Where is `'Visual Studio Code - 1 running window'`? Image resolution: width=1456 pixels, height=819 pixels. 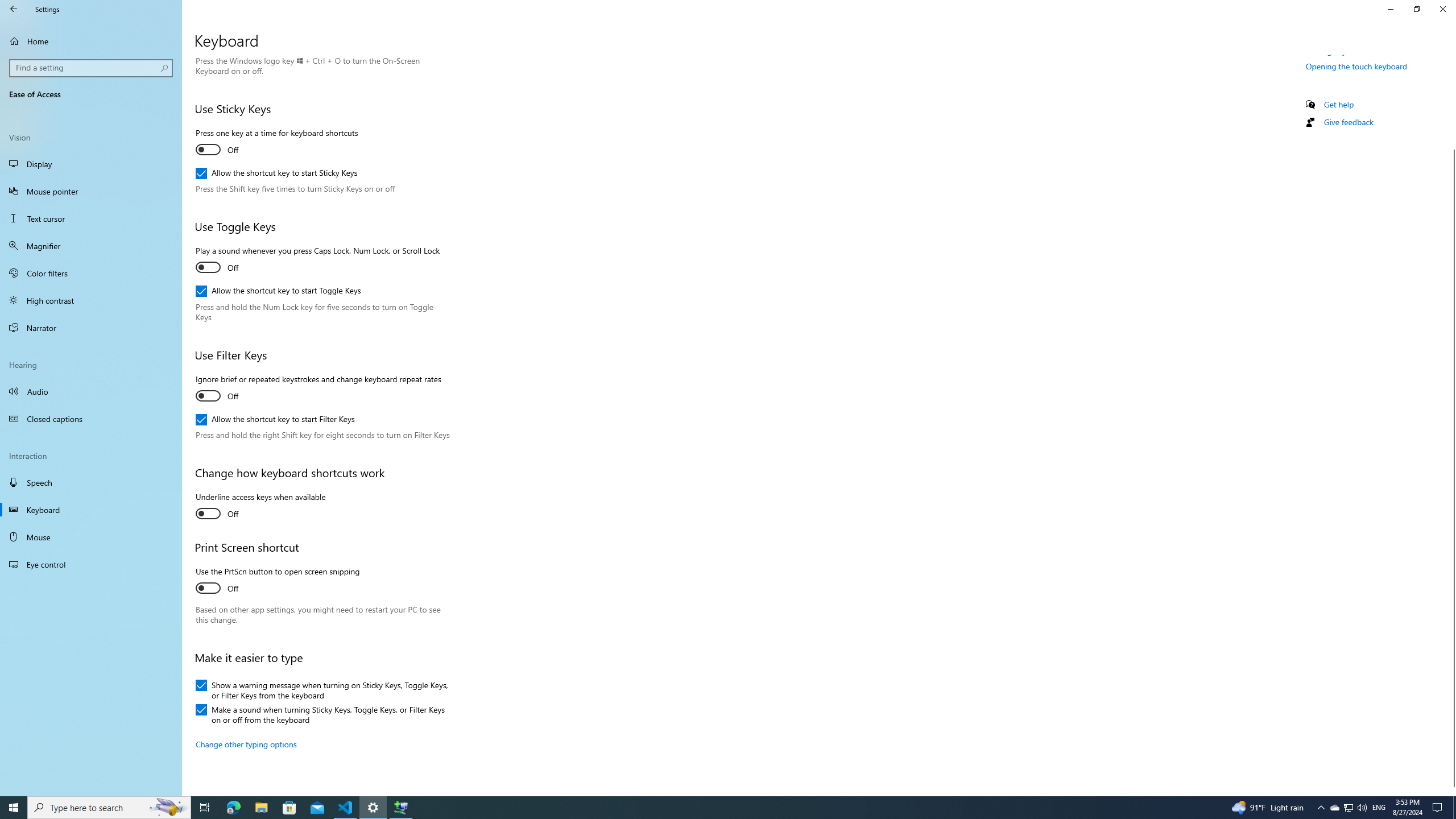
'Visual Studio Code - 1 running window' is located at coordinates (345, 806).